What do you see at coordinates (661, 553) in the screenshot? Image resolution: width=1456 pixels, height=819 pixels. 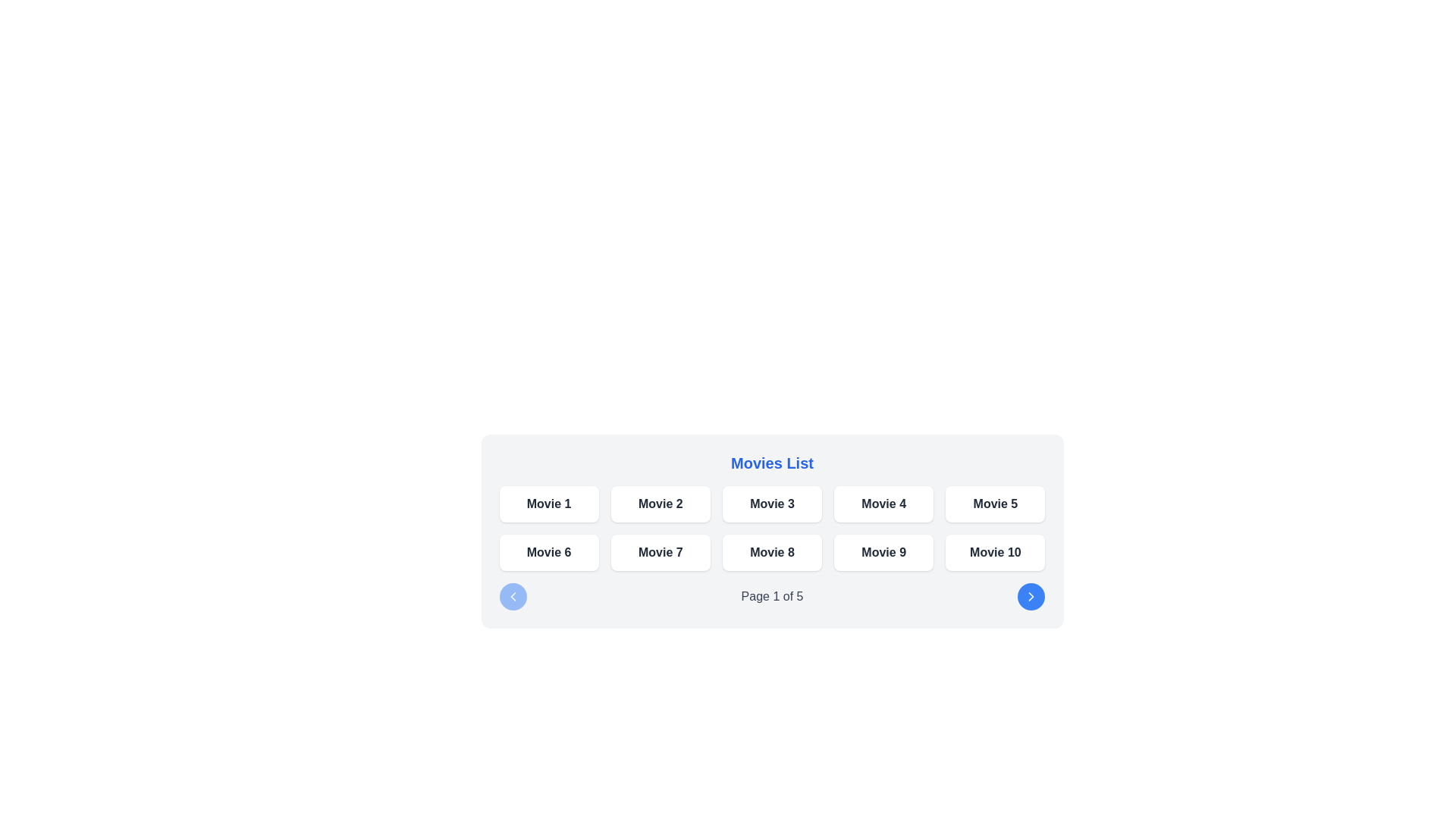 I see `or parse the text from the tile labeled 'Movie 7', which is a rectangular button with a white background and dark gray bold text, located in the second row and second column of the grid layout` at bounding box center [661, 553].